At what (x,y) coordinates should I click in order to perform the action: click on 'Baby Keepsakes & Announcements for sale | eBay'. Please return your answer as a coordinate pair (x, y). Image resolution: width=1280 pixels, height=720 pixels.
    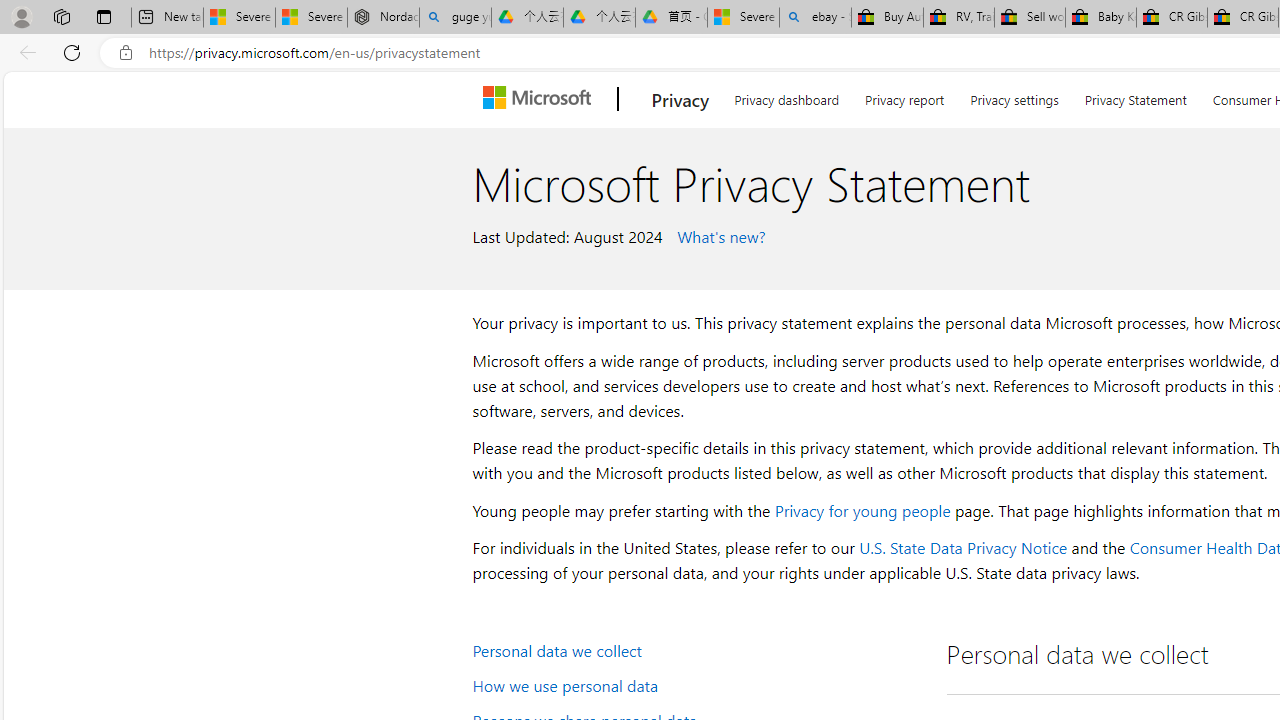
    Looking at the image, I should click on (1100, 17).